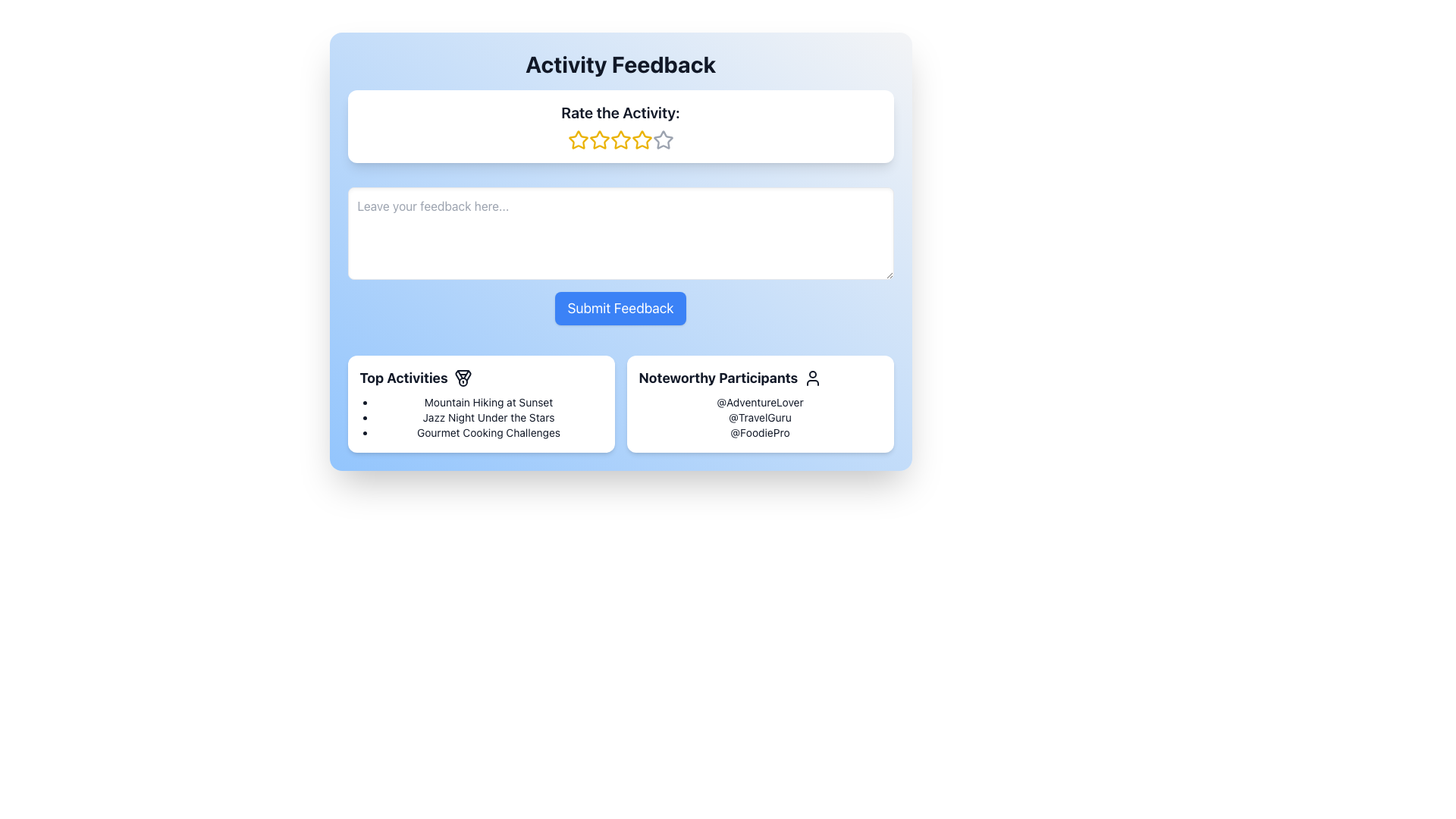  Describe the element at coordinates (480, 403) in the screenshot. I see `the Informational Card labeled 'Top Activities', which features a medal icon and presents activities like 'Mountain Hiking at Sunset'` at that location.